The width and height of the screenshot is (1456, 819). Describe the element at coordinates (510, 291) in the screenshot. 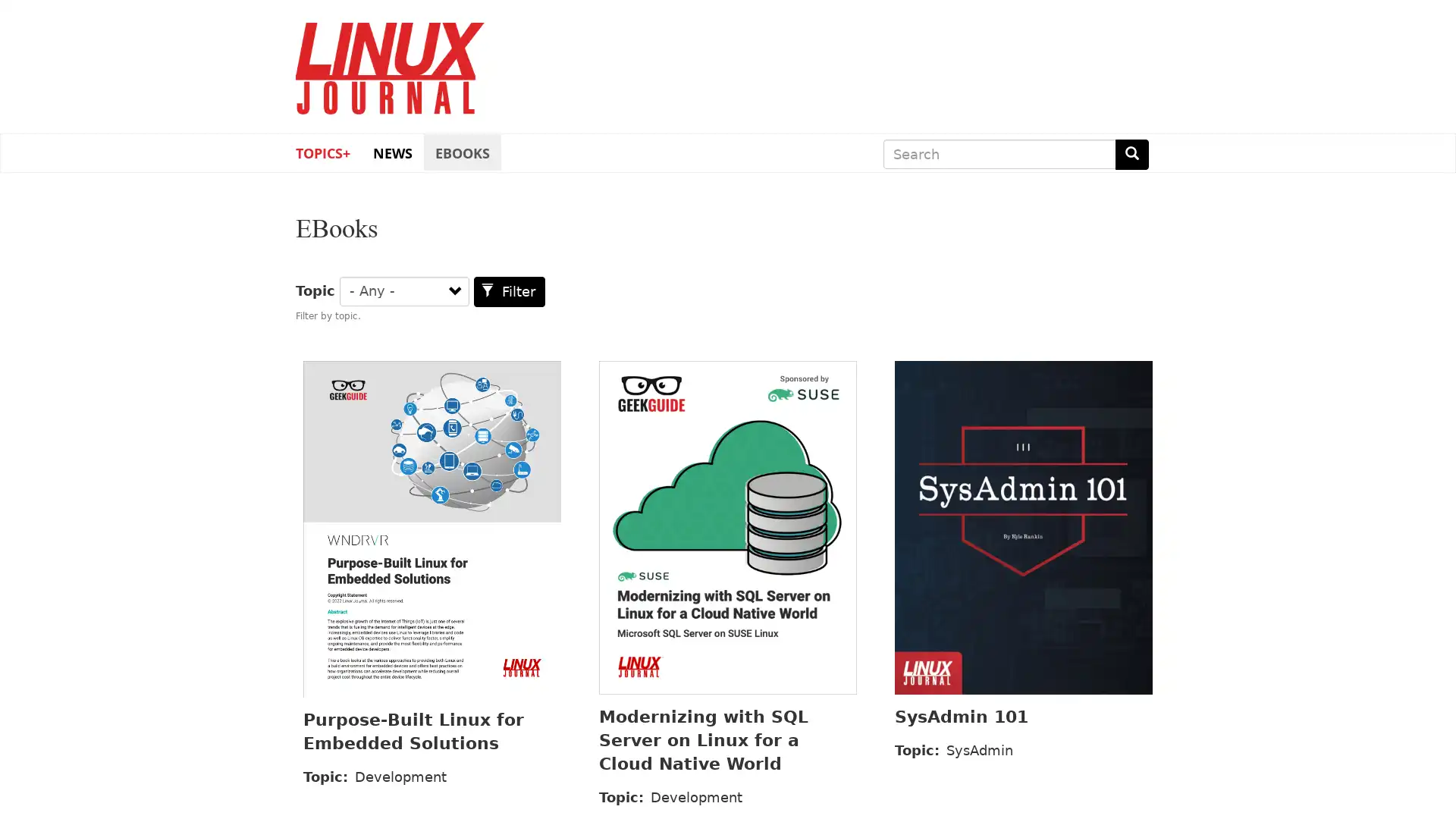

I see `Filter` at that location.